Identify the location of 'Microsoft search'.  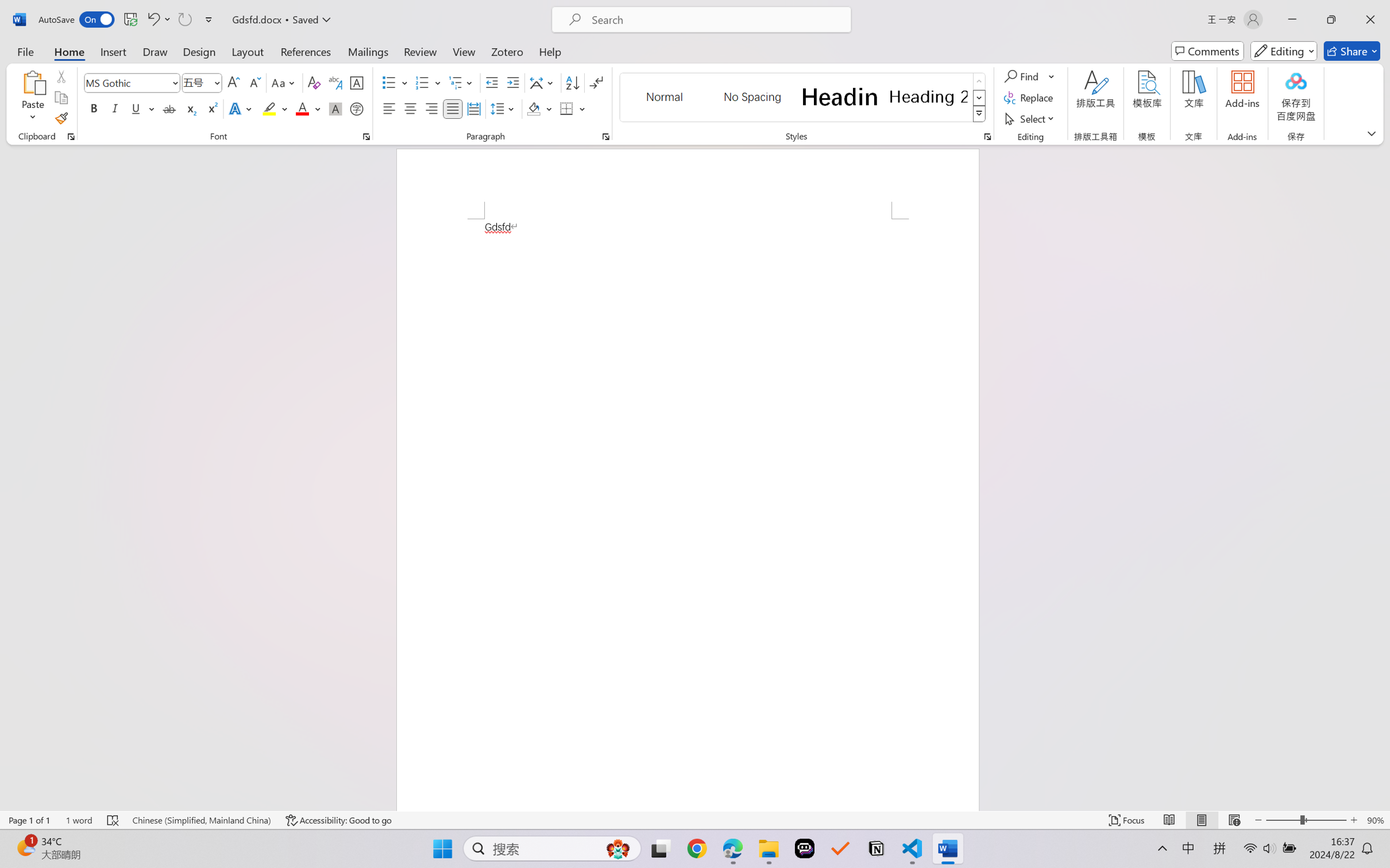
(716, 19).